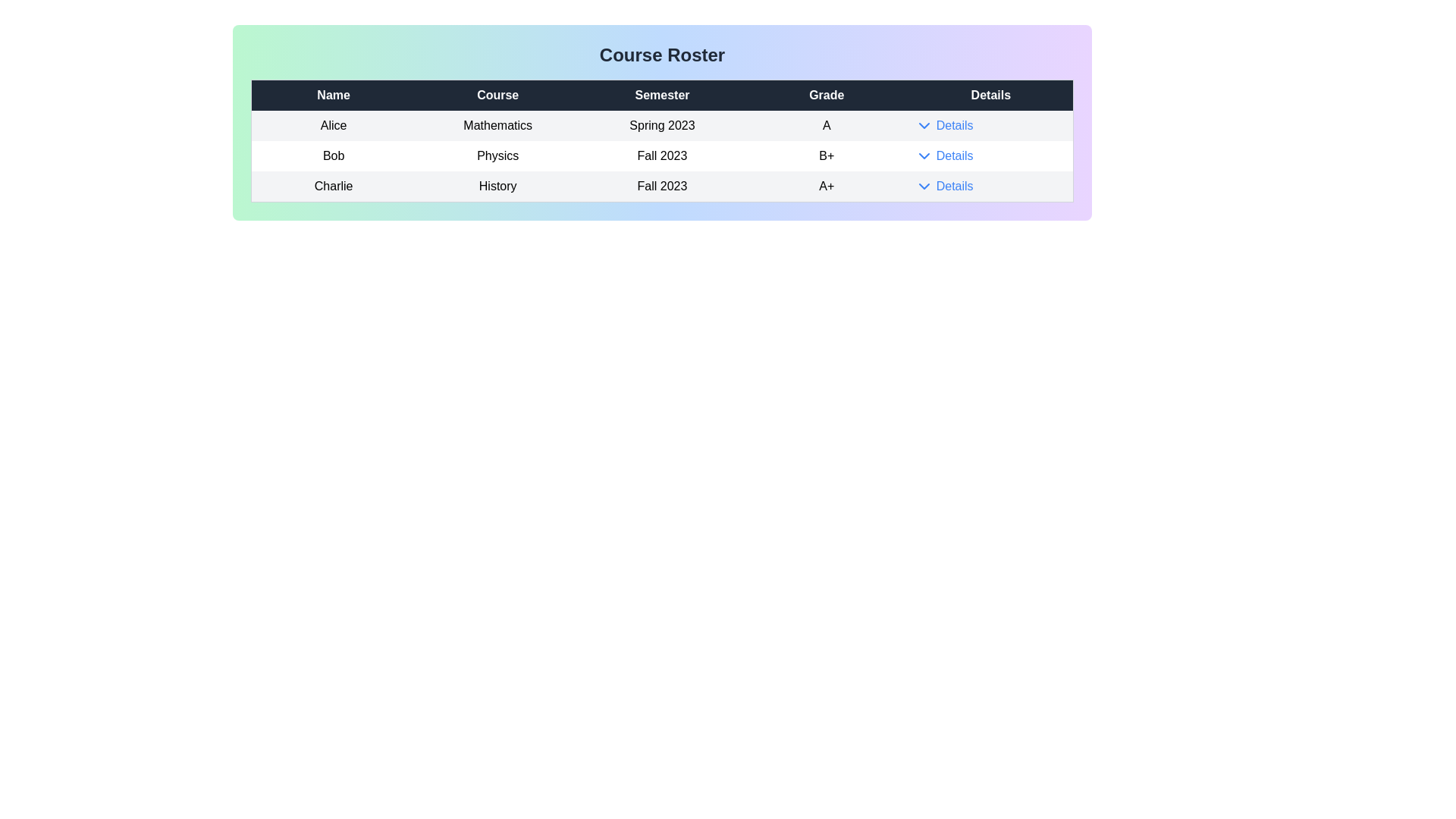 The height and width of the screenshot is (819, 1456). What do you see at coordinates (991, 155) in the screenshot?
I see `the 'Details' hyperlink/button associated with the 'Bob' row in the second row of the table` at bounding box center [991, 155].